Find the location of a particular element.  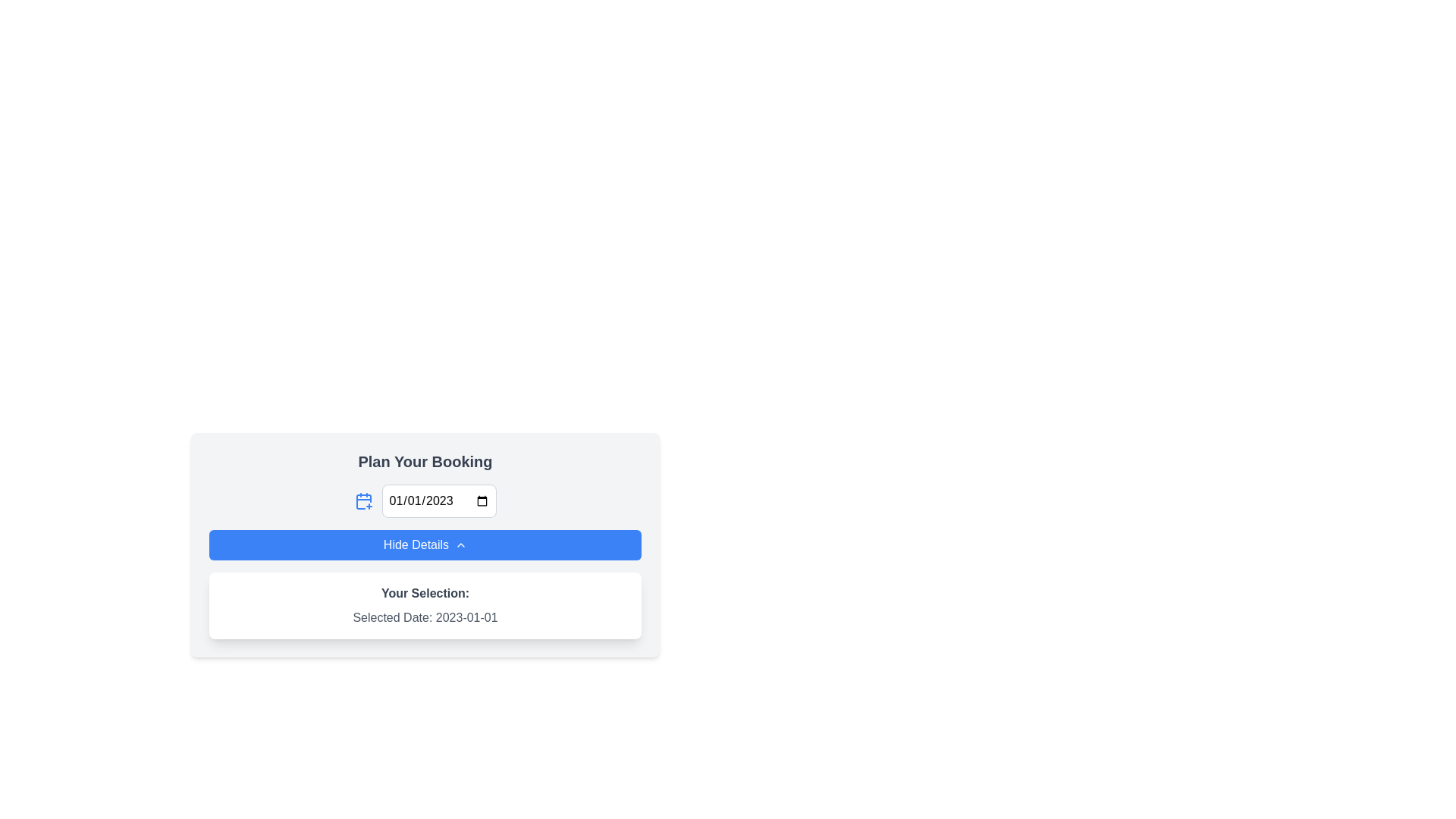

the date input field styled with a light-gray border and background, displaying '01/01/2023', to type a date manually is located at coordinates (438, 500).